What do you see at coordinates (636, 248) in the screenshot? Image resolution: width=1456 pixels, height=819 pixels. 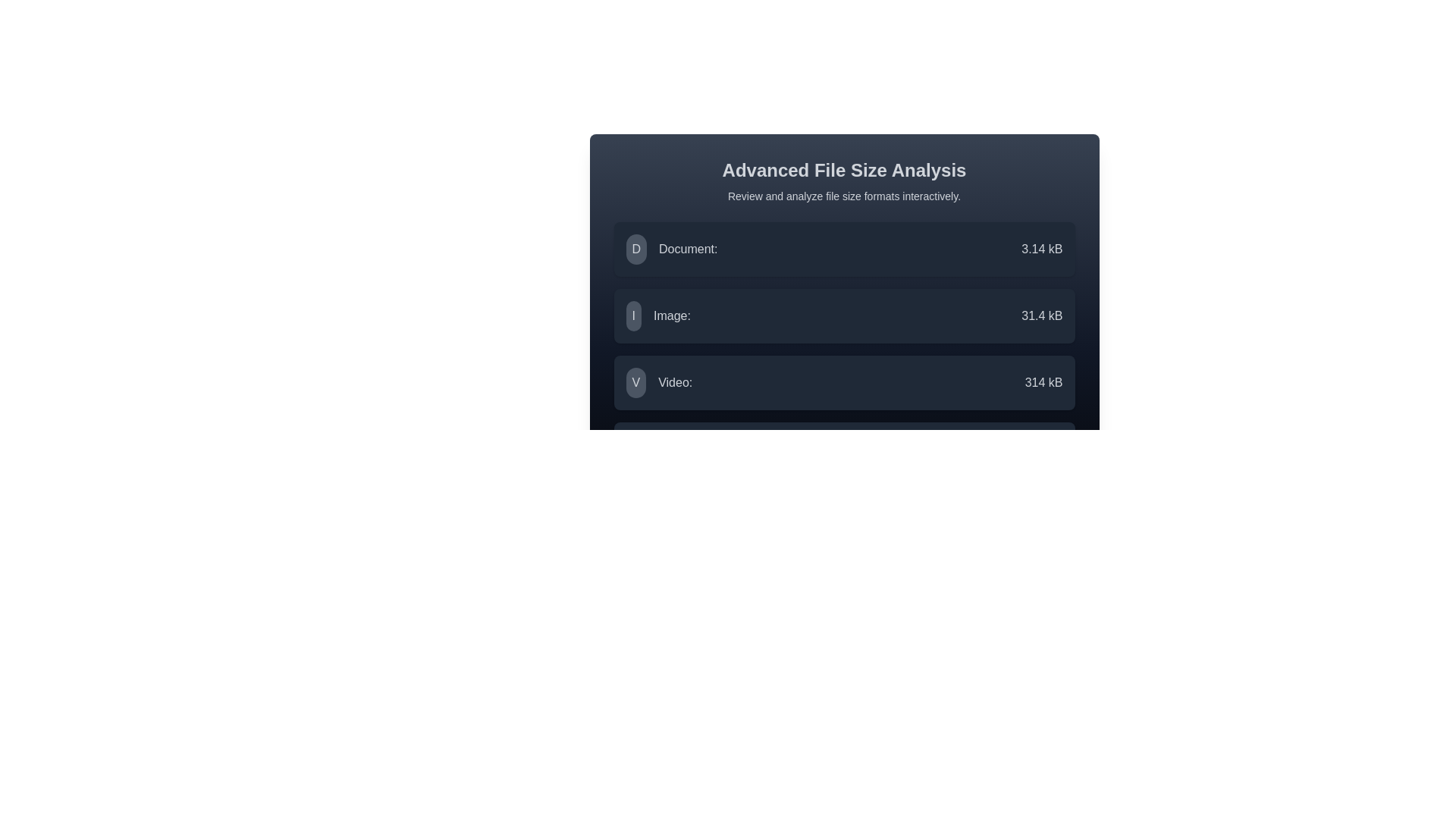 I see `the circular gray badge with a white uppercase letter 'D' that is the first badge to the left of the text label 'Document:'` at bounding box center [636, 248].